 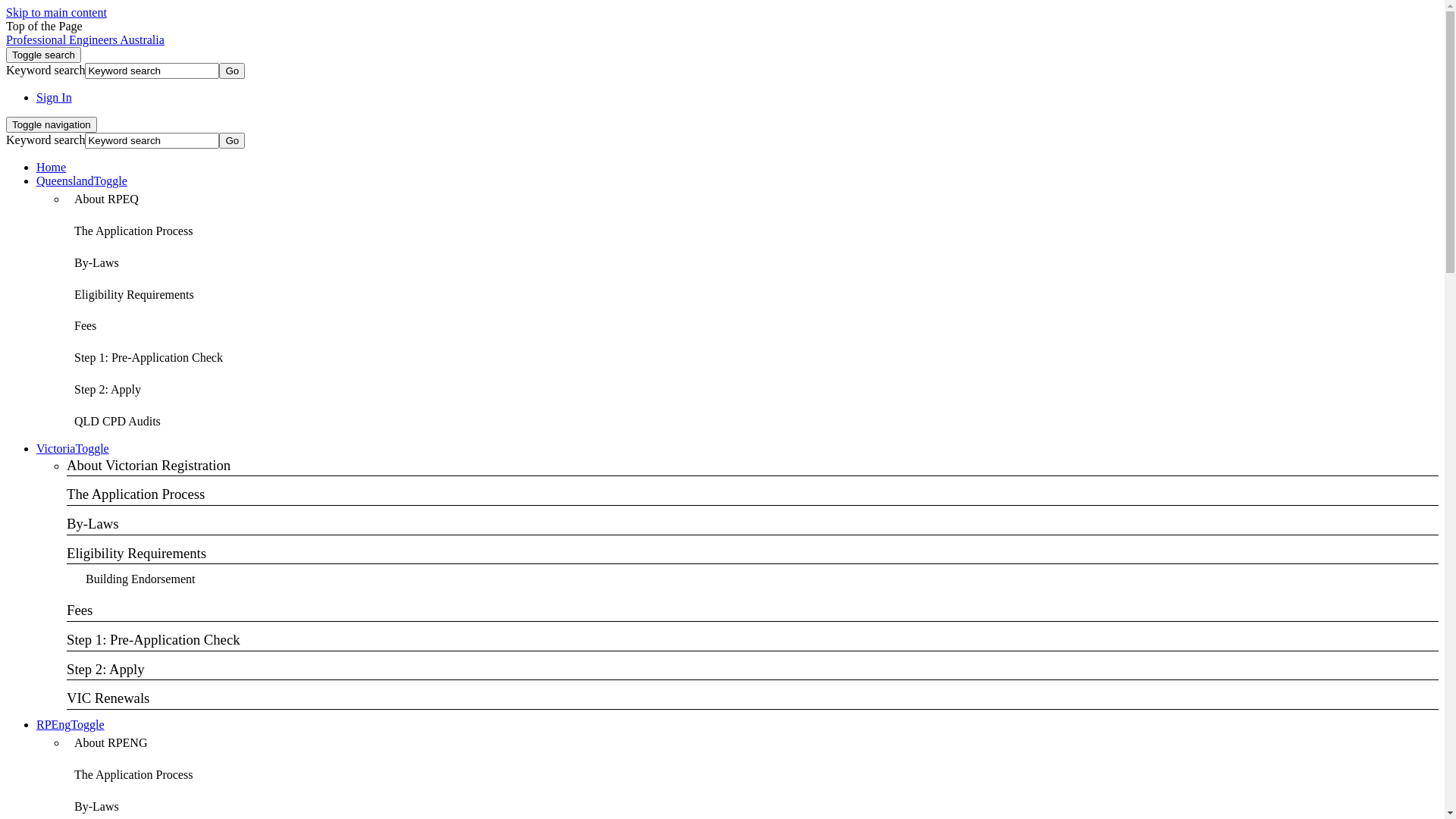 What do you see at coordinates (80, 180) in the screenshot?
I see `'QueenslandToggle'` at bounding box center [80, 180].